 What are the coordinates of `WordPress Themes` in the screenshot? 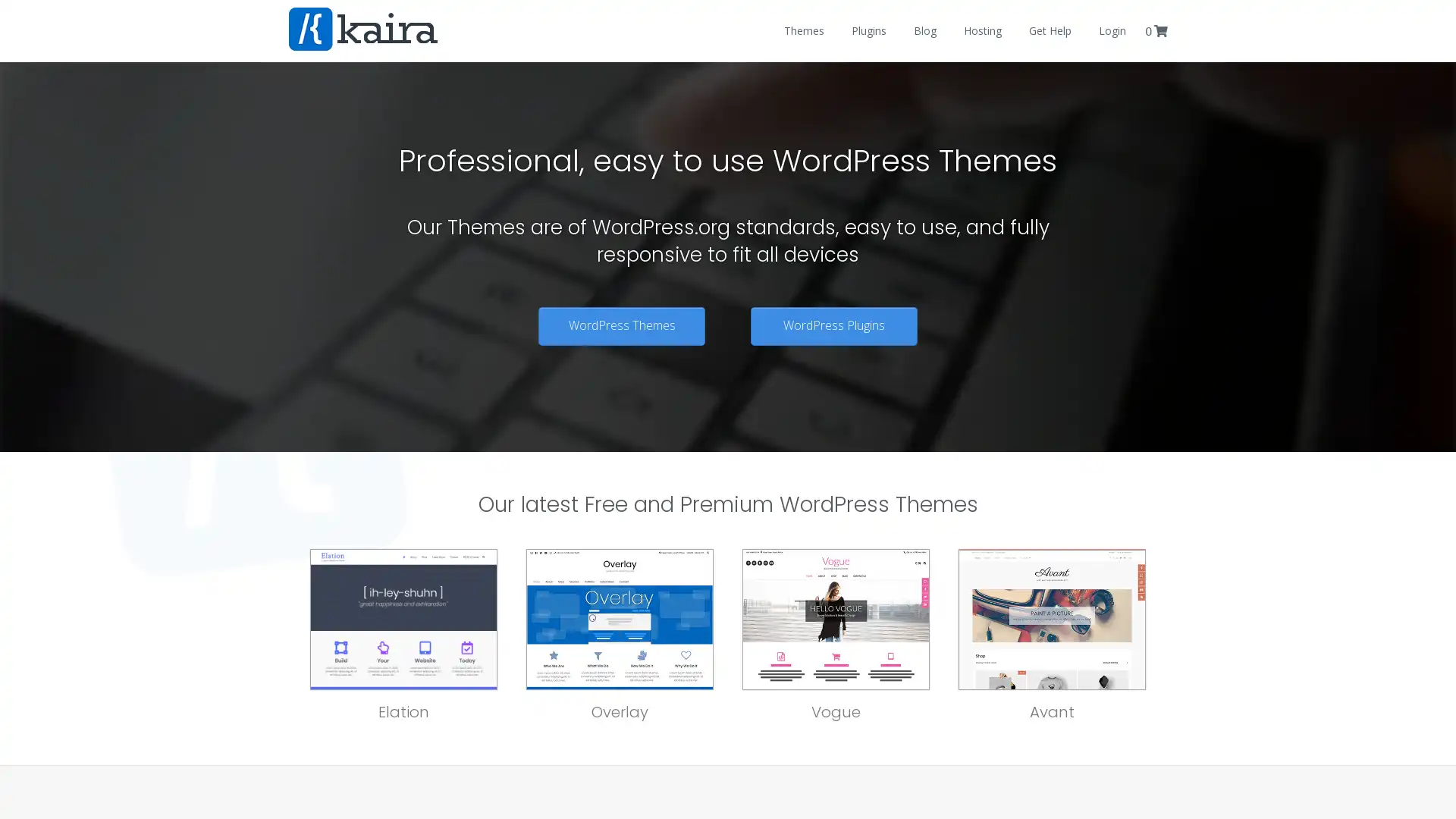 It's located at (622, 325).